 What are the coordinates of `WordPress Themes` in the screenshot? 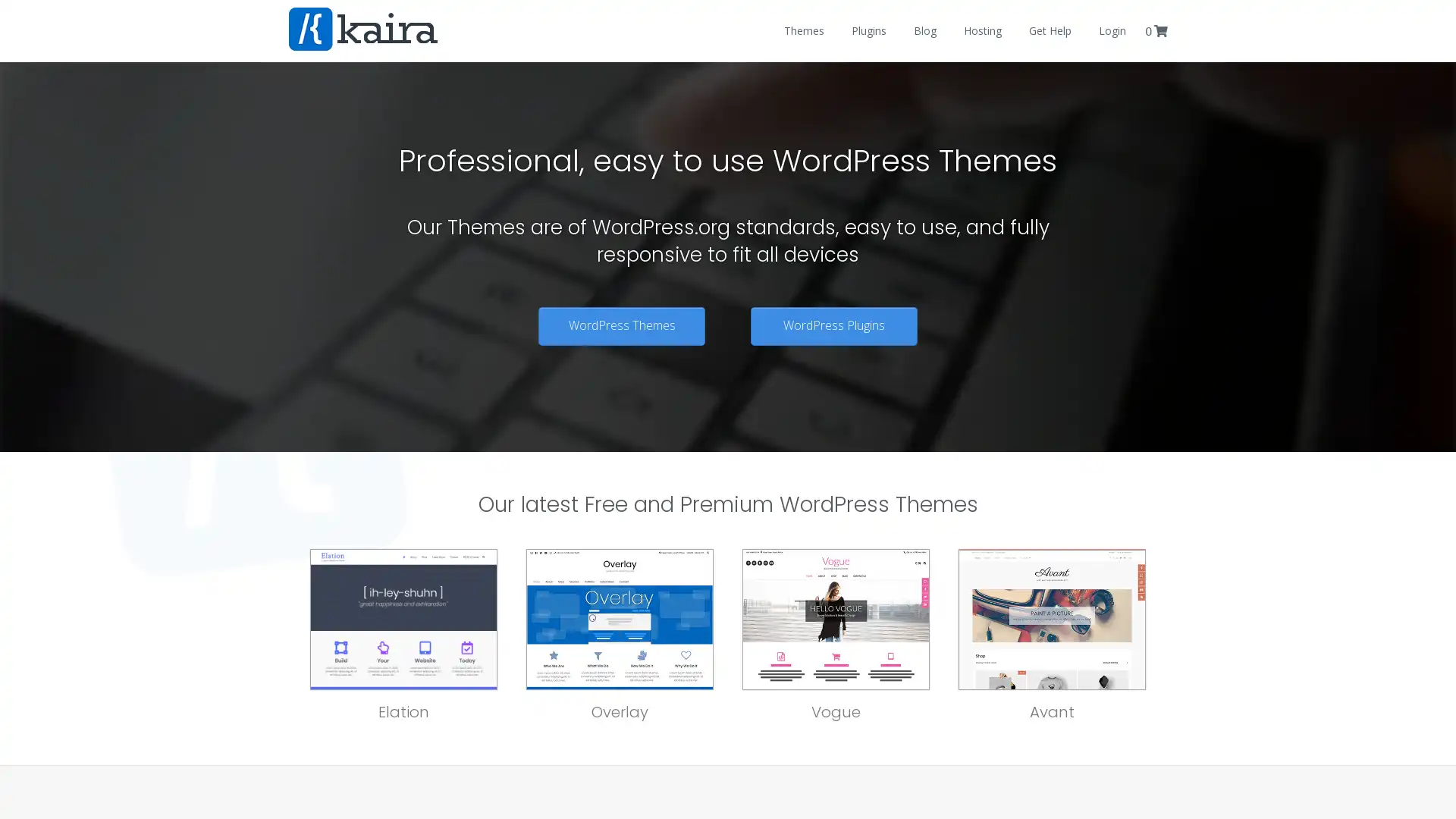 It's located at (622, 325).